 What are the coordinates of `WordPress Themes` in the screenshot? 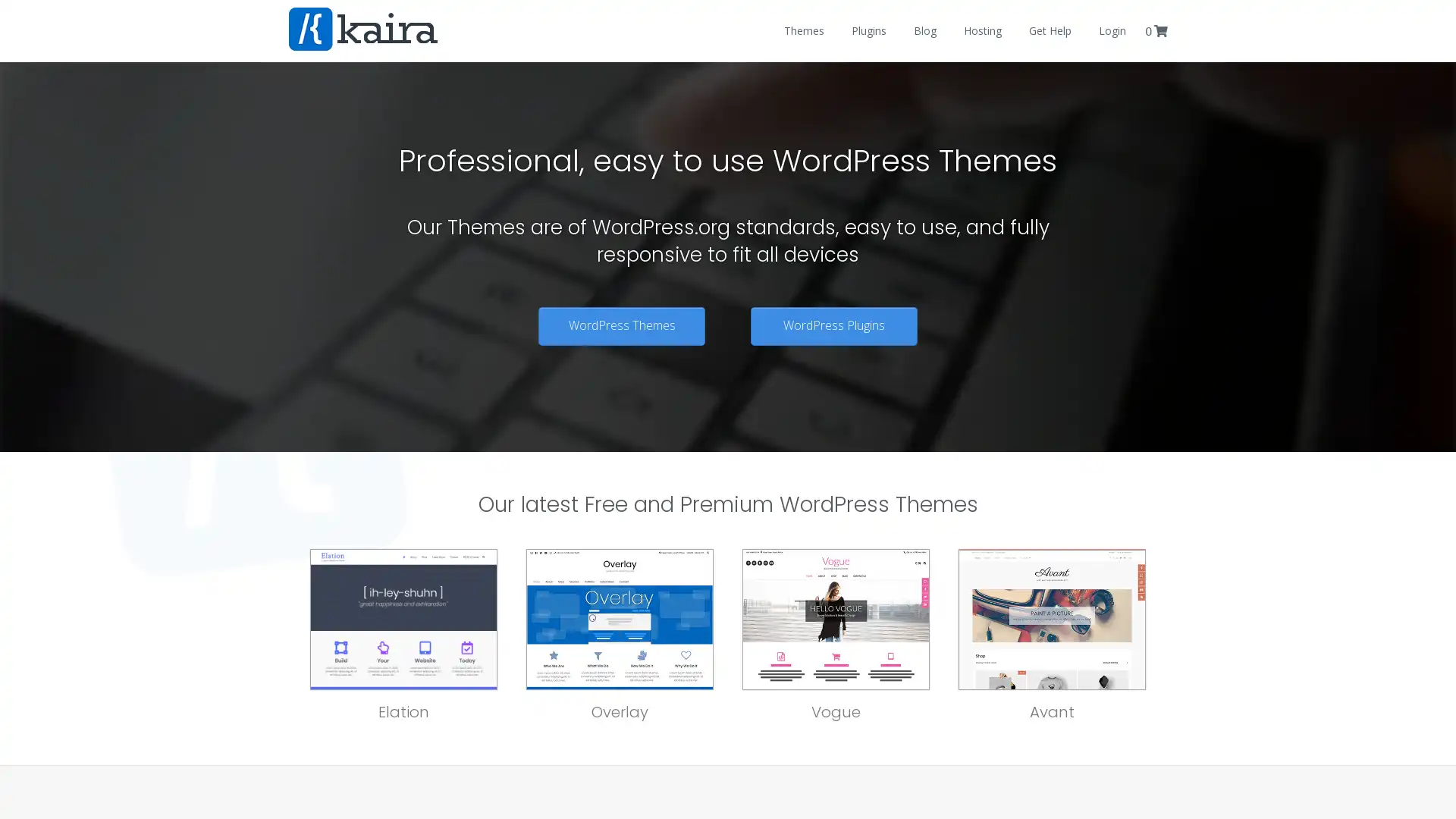 It's located at (622, 325).